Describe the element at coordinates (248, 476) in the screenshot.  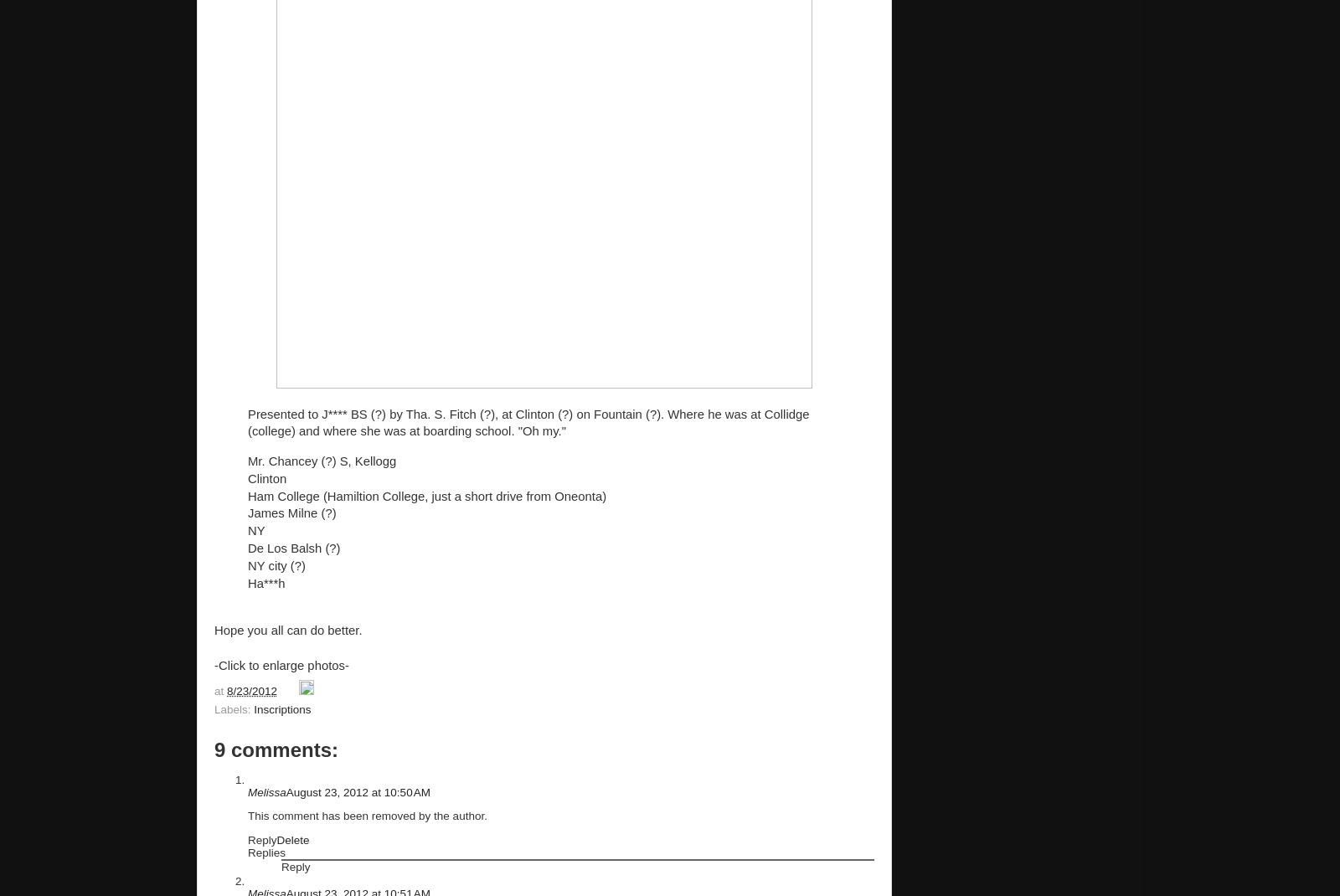
I see `'Clinton'` at that location.